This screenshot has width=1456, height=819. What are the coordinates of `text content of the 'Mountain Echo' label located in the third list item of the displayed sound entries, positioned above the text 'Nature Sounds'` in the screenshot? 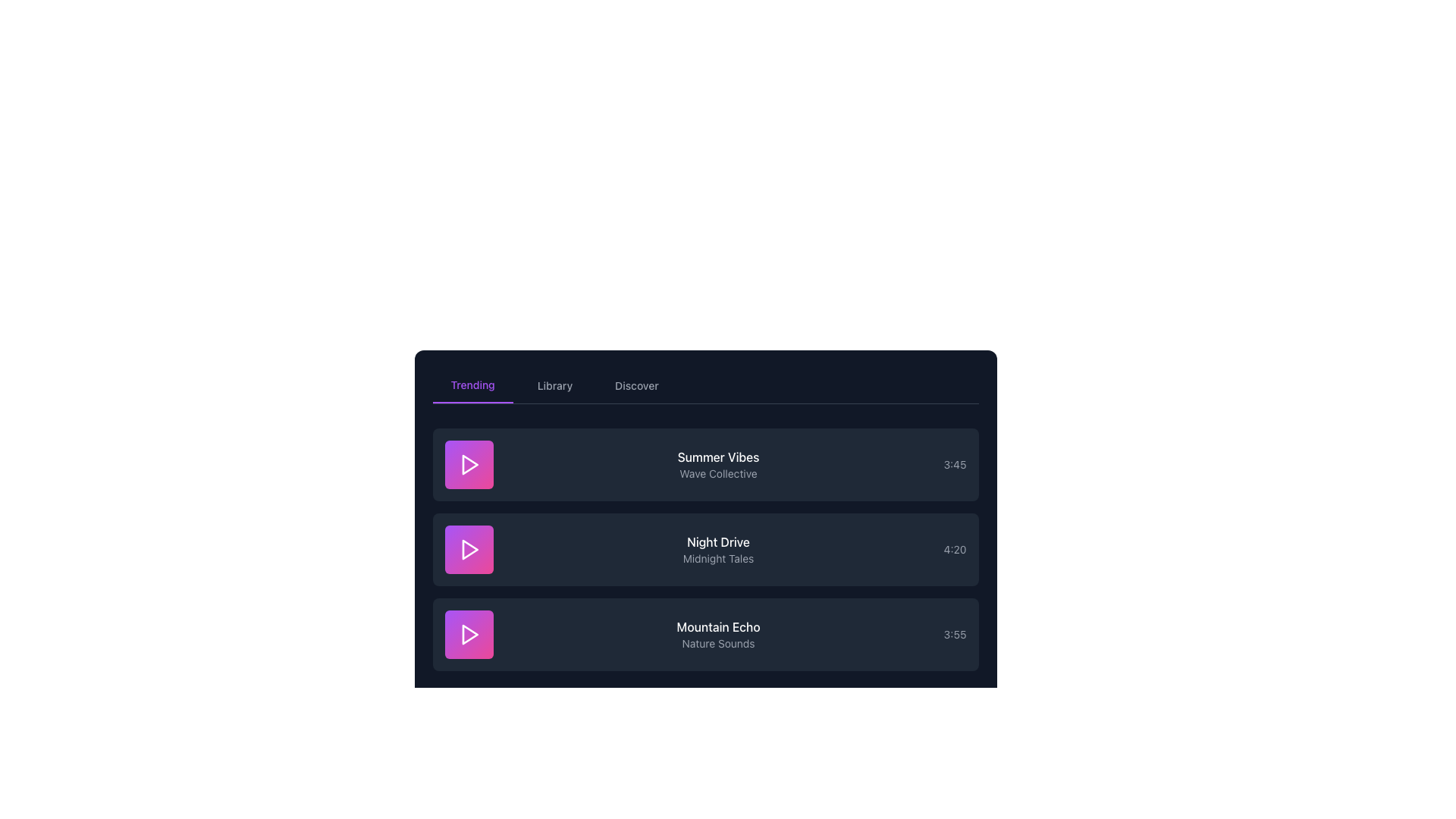 It's located at (717, 626).